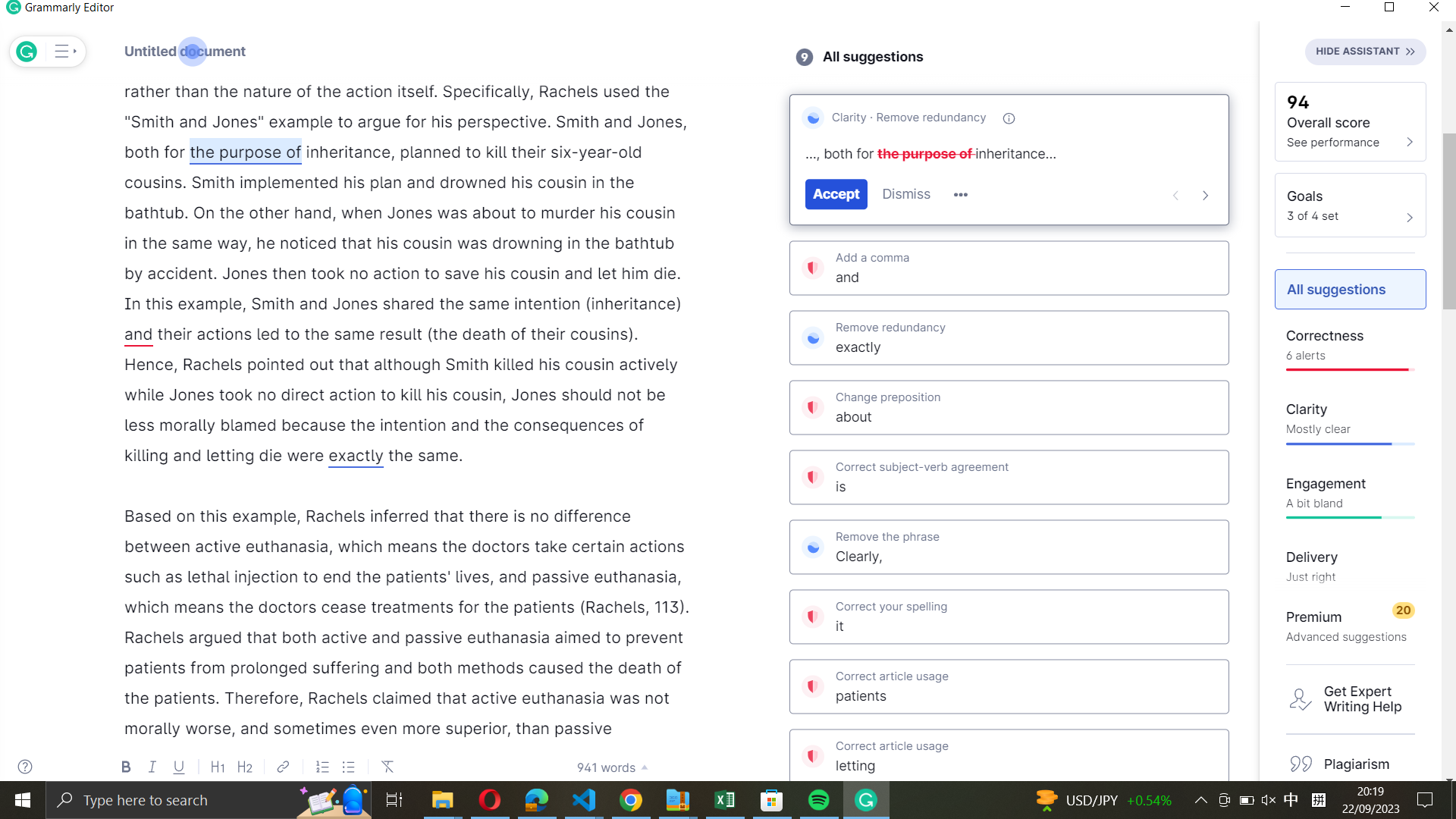 Image resolution: width=1456 pixels, height=819 pixels. I want to click on Grammarly"s suggested fix for the term "inheritance, so click(347, 152).